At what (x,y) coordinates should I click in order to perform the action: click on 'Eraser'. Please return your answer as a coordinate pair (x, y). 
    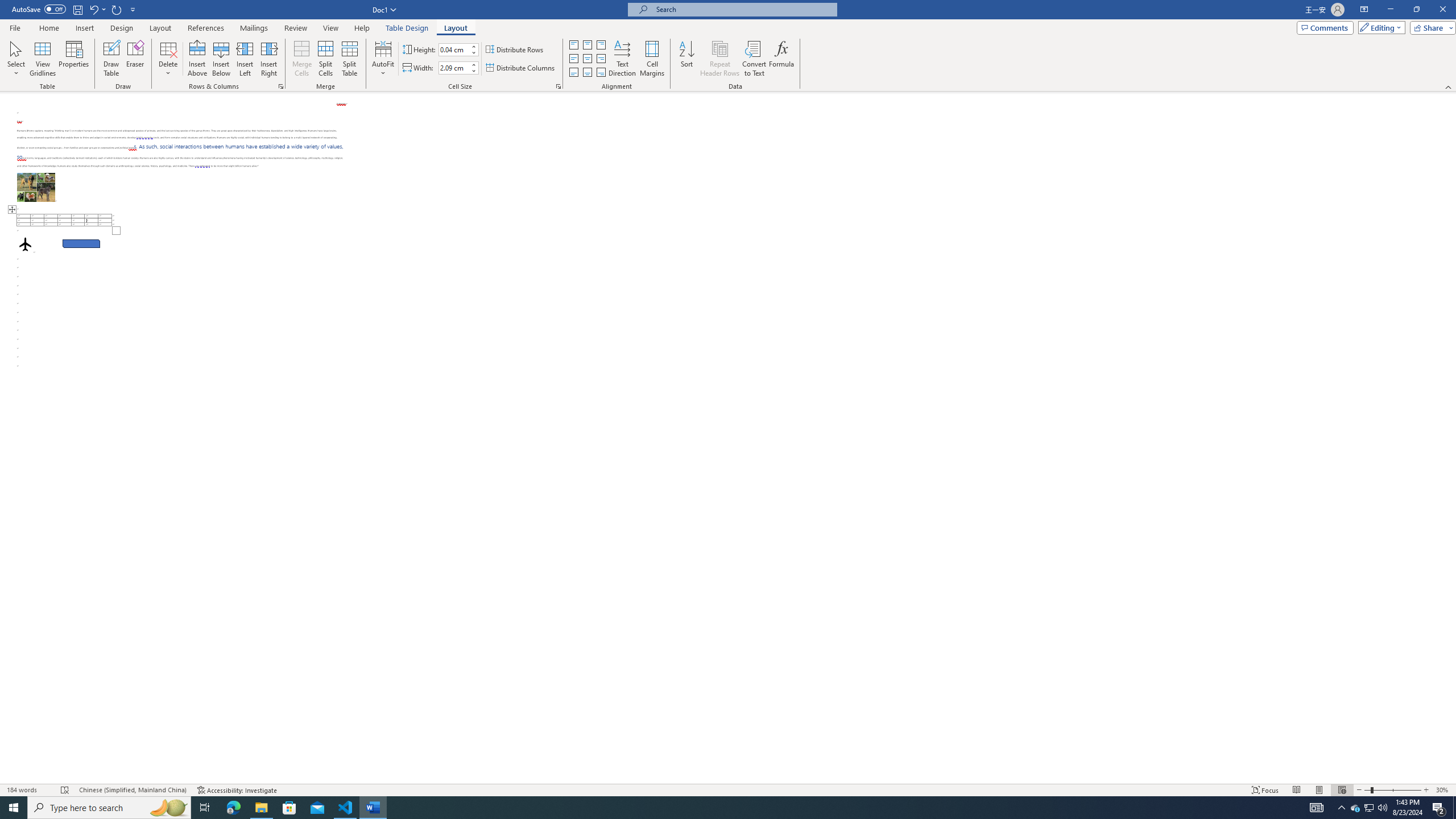
    Looking at the image, I should click on (135, 59).